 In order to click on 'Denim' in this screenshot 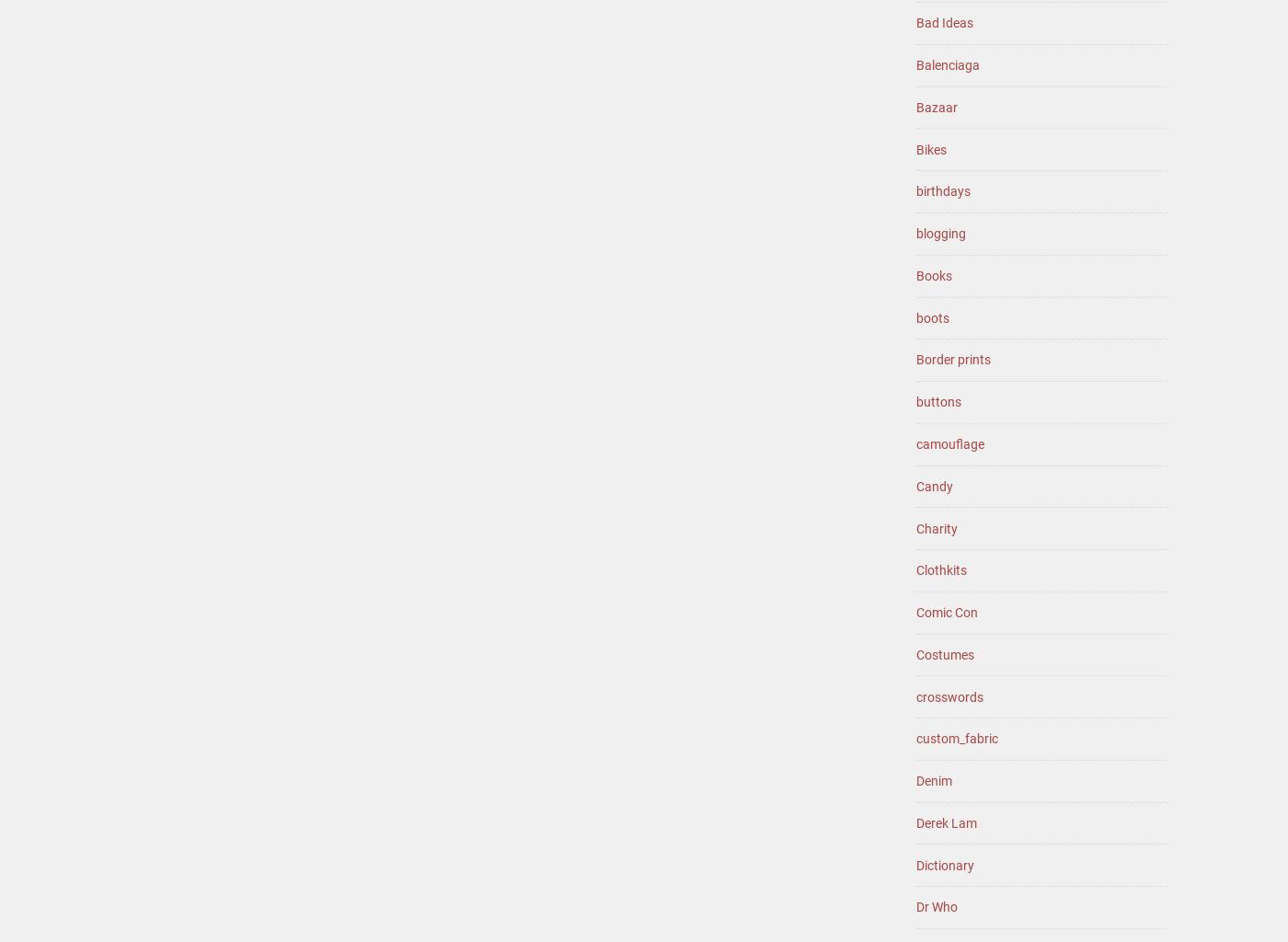, I will do `click(934, 779)`.